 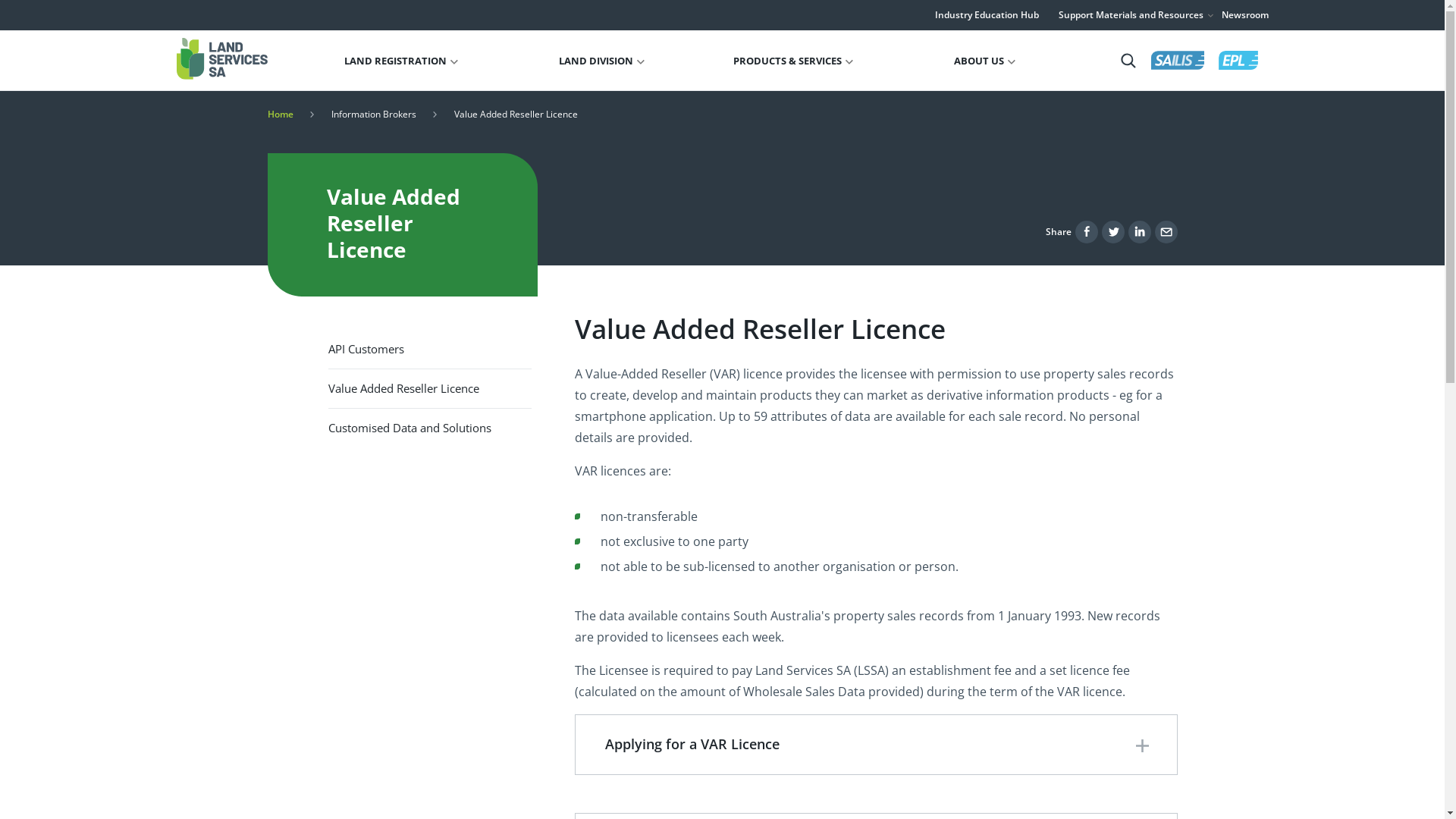 What do you see at coordinates (792, 60) in the screenshot?
I see `'PRODUCTS & SERVICES'` at bounding box center [792, 60].